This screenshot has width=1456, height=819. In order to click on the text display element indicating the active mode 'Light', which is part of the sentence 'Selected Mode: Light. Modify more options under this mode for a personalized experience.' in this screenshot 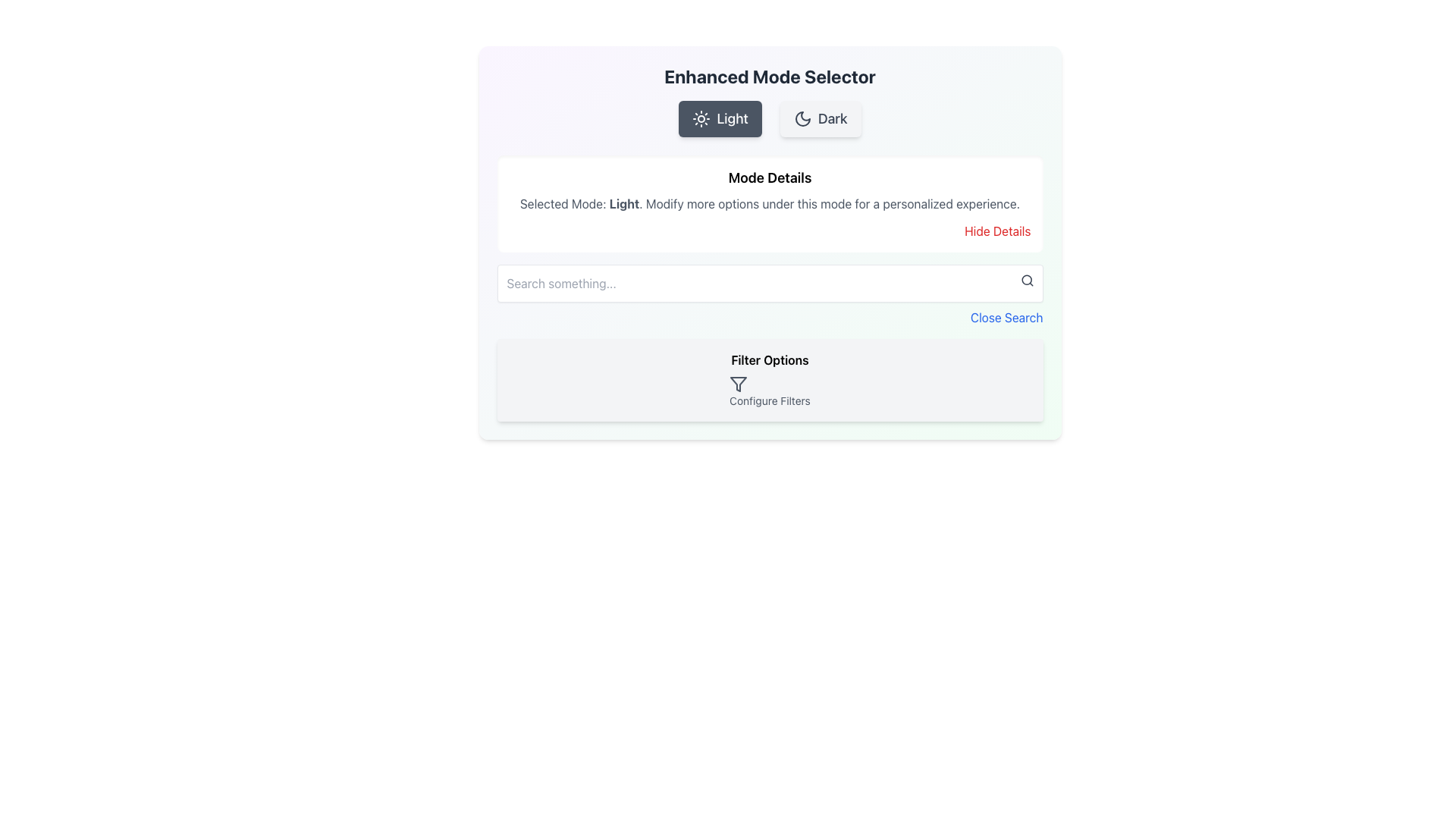, I will do `click(624, 203)`.